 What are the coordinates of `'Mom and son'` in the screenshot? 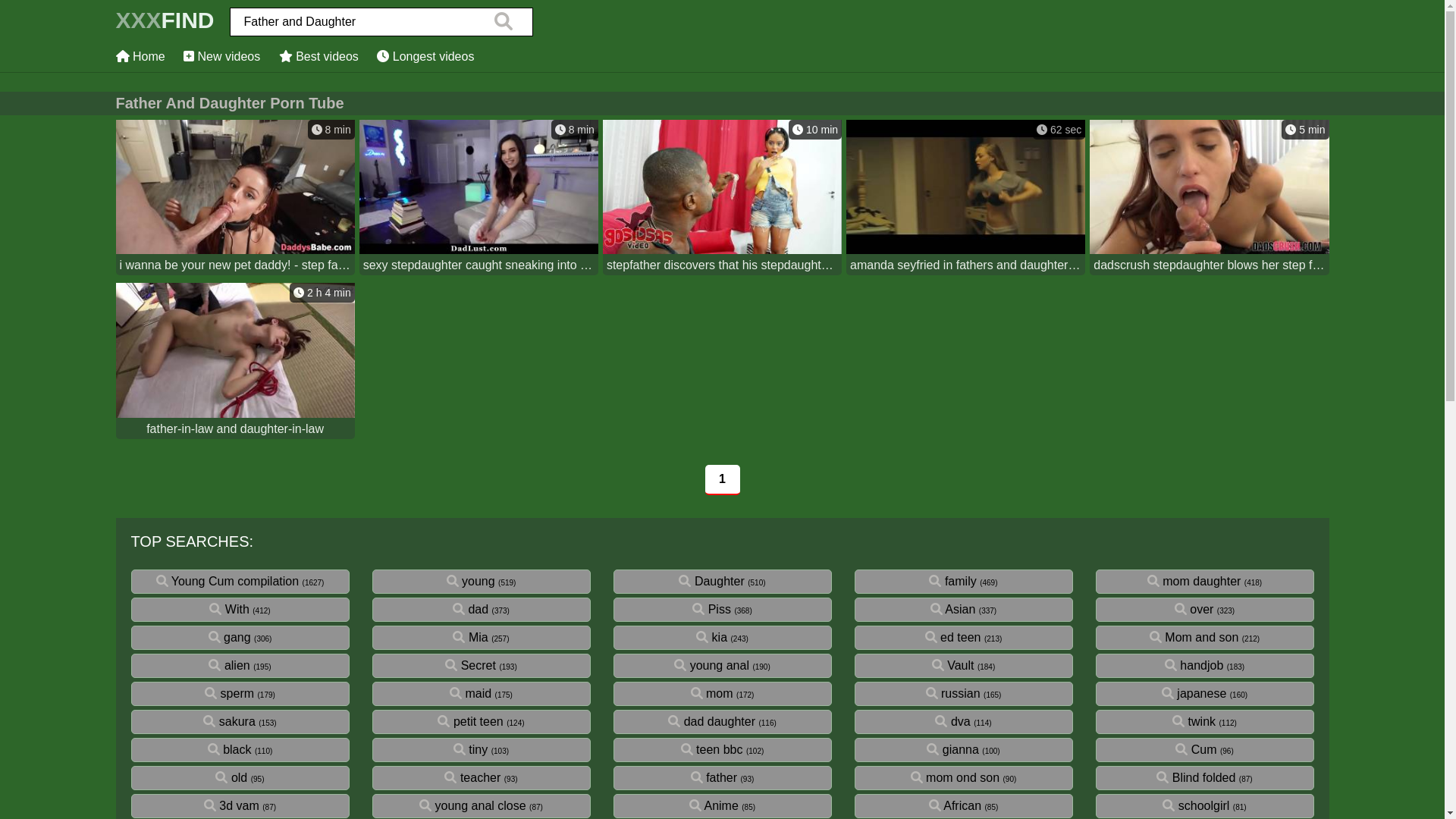 It's located at (1150, 637).